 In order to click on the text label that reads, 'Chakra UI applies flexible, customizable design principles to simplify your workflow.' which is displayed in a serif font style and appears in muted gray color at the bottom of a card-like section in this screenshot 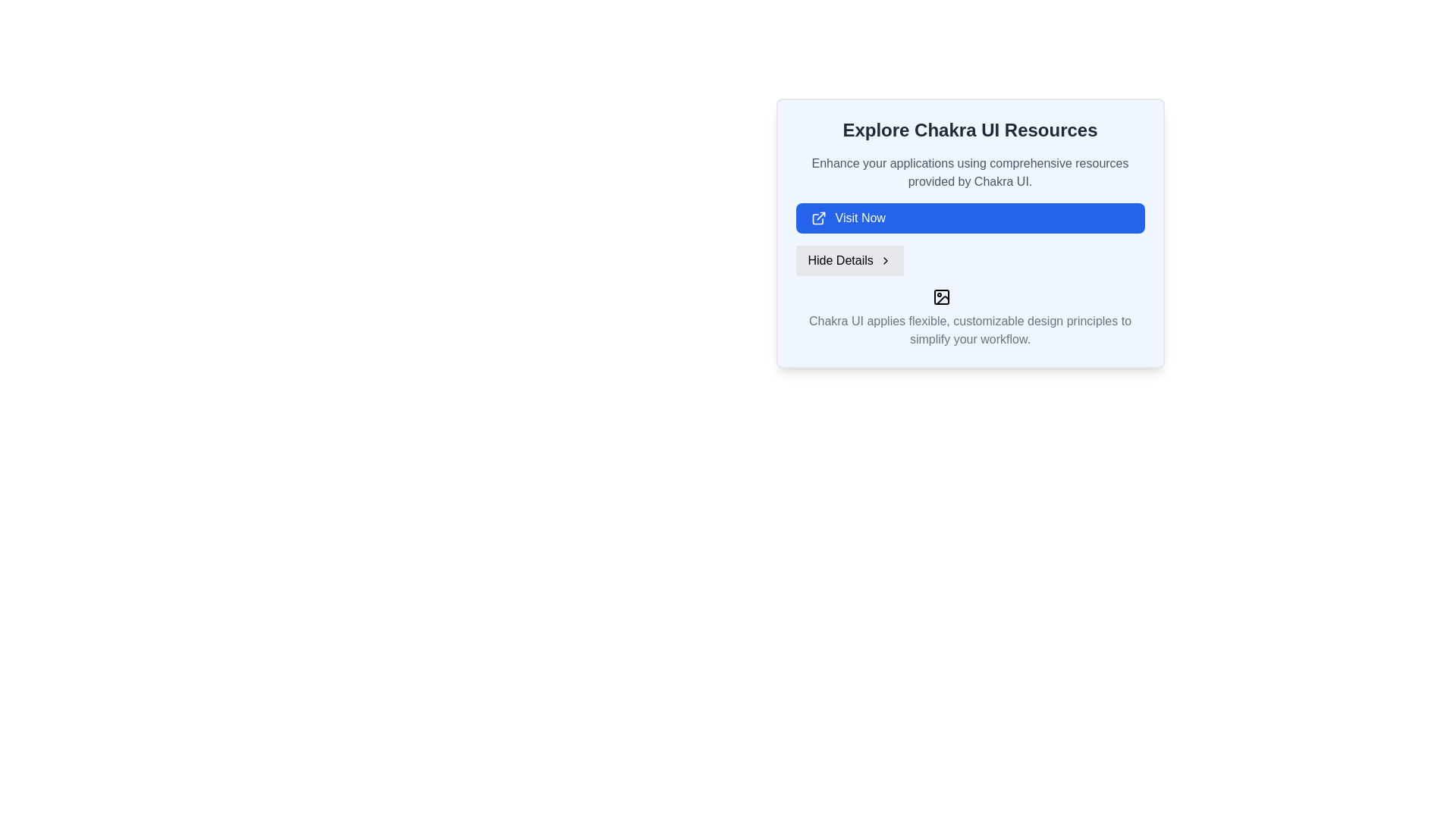, I will do `click(969, 318)`.